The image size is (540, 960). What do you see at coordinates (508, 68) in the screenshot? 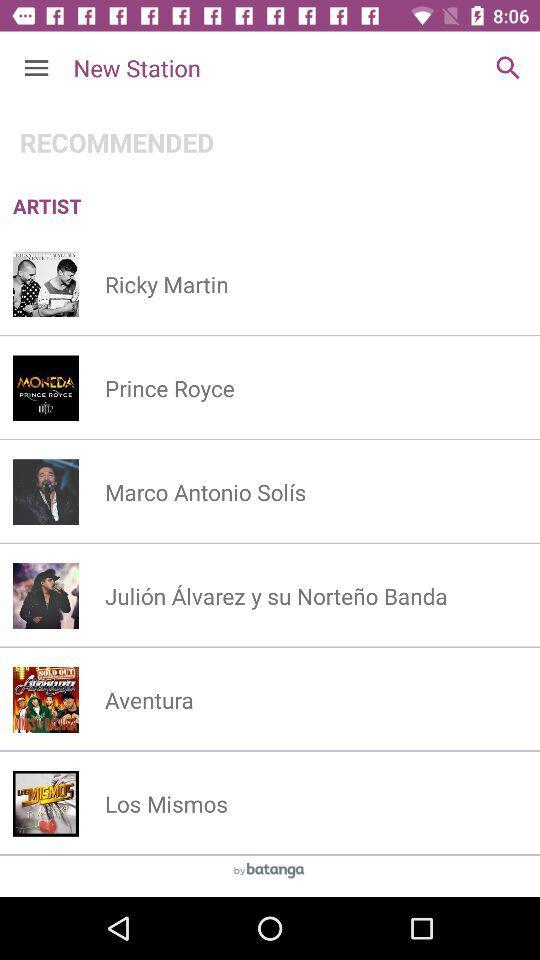
I see `icon next to the new station` at bounding box center [508, 68].